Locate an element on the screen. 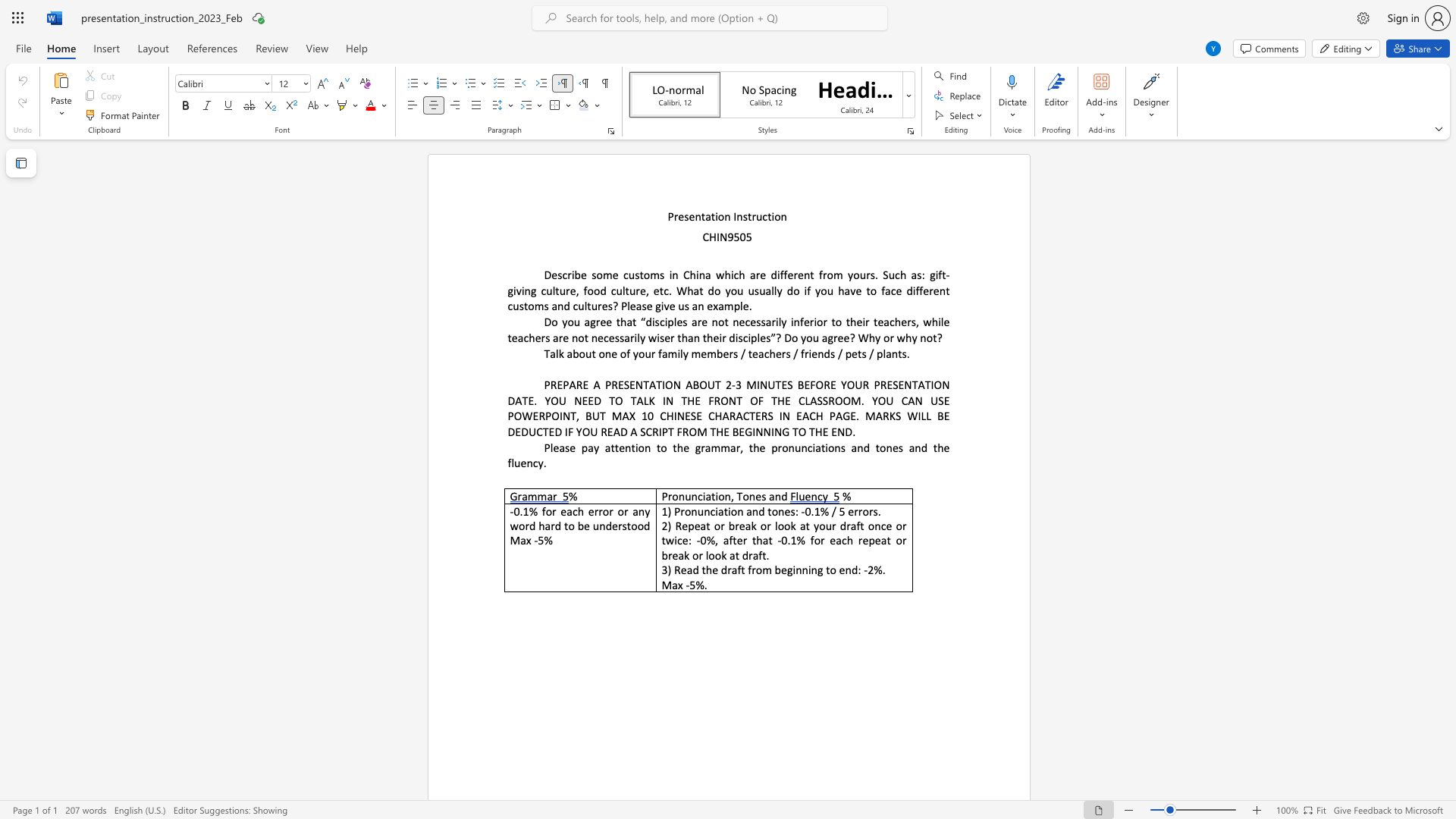 This screenshot has height=819, width=1456. the subset text "s: -0.1% / 5 e" within the text "1) Pronunciation and tones: -0.1% / 5 errors." is located at coordinates (789, 511).